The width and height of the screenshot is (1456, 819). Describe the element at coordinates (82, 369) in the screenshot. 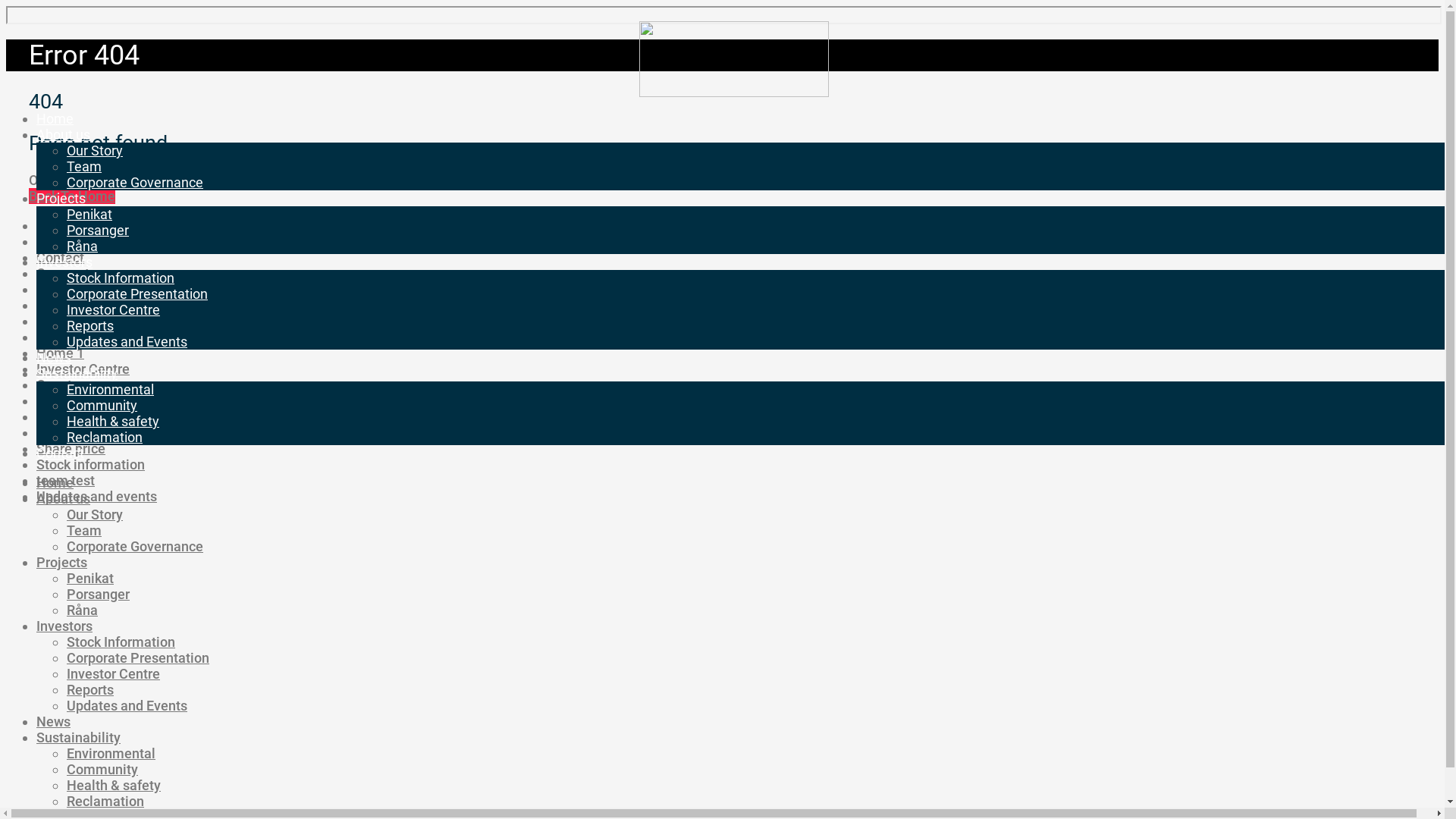

I see `'Investor Centre'` at that location.